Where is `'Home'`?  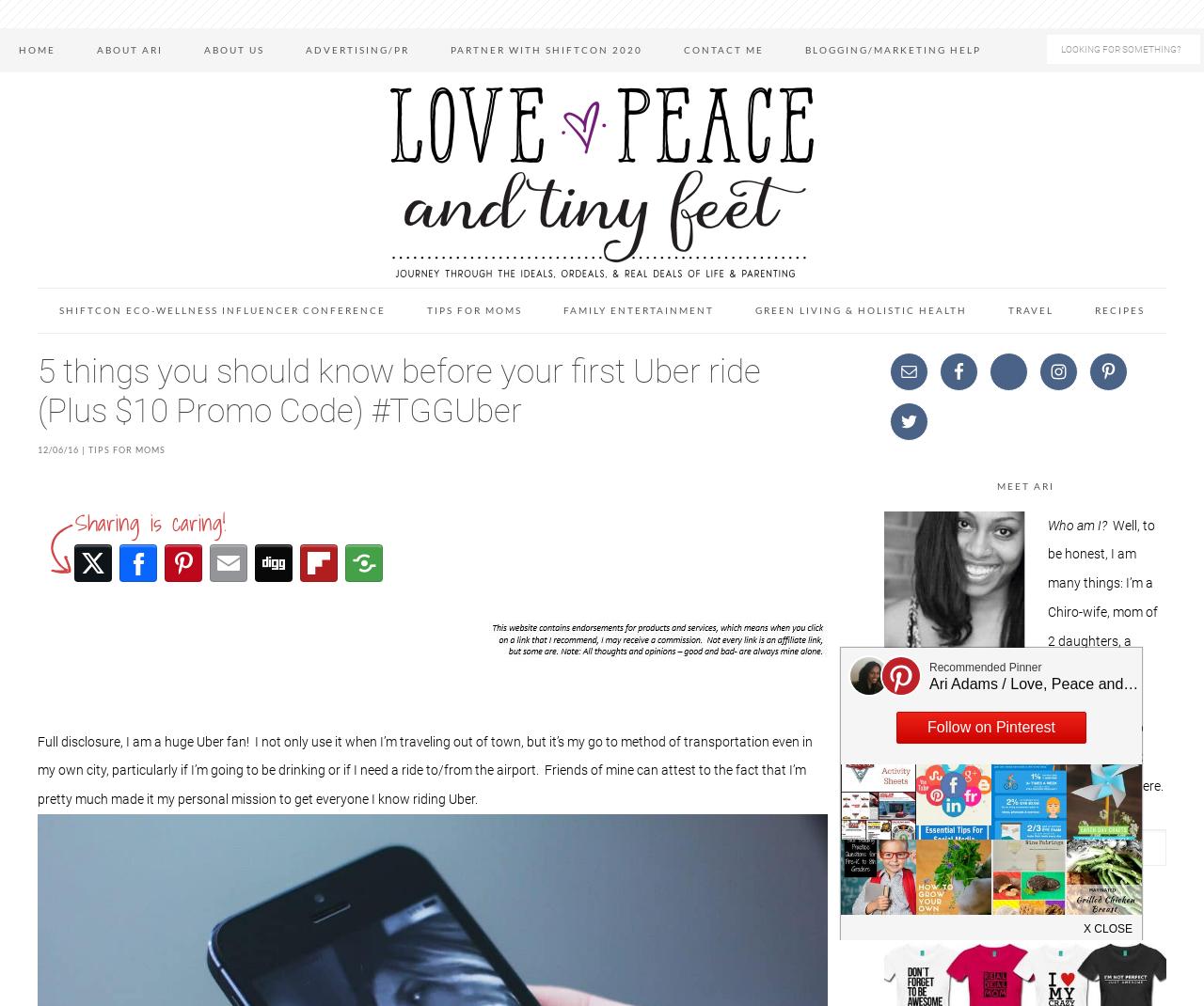
'Home' is located at coordinates (37, 48).